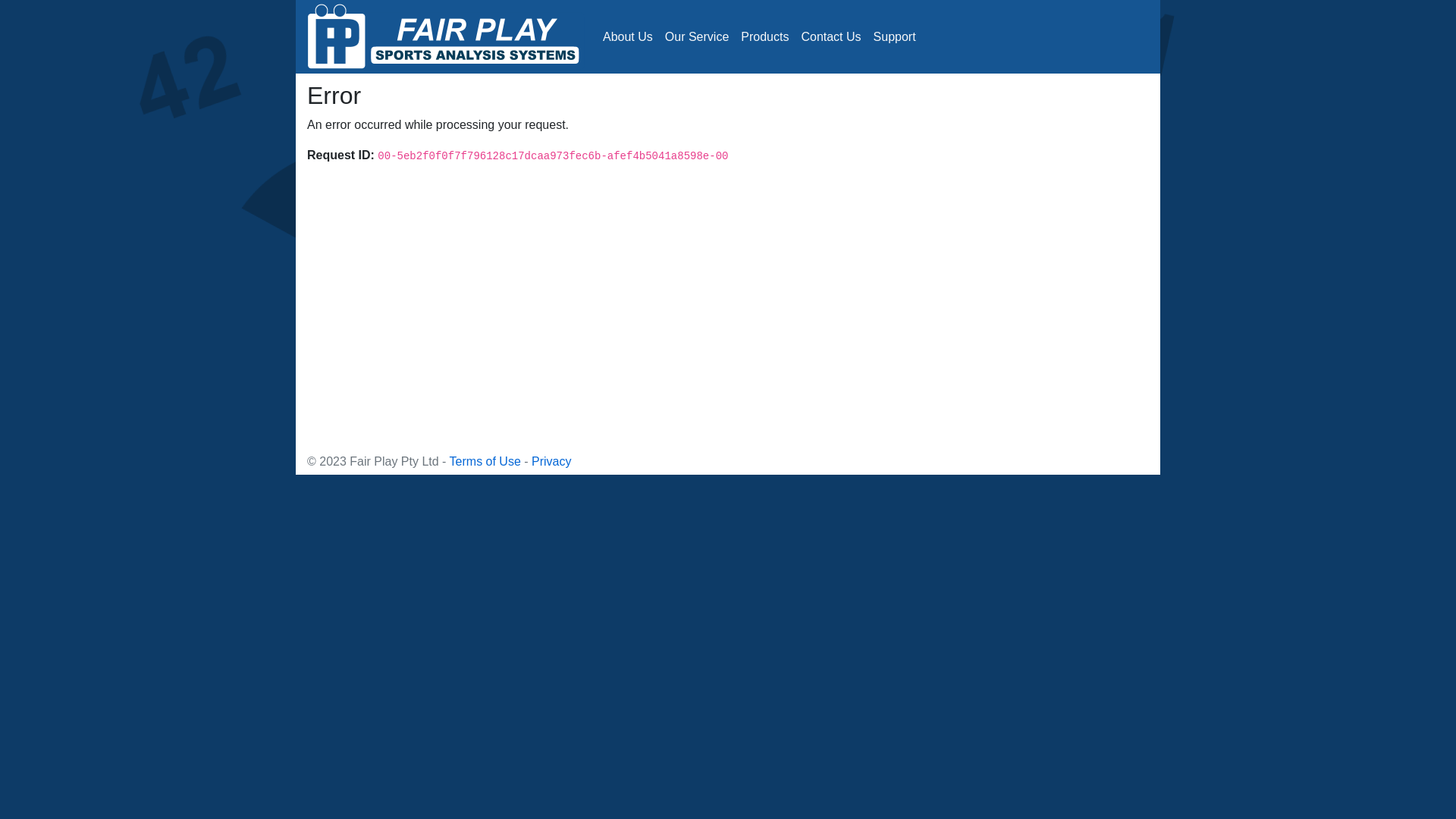 Image resolution: width=1456 pixels, height=819 pixels. What do you see at coordinates (830, 35) in the screenshot?
I see `'Contact Us'` at bounding box center [830, 35].